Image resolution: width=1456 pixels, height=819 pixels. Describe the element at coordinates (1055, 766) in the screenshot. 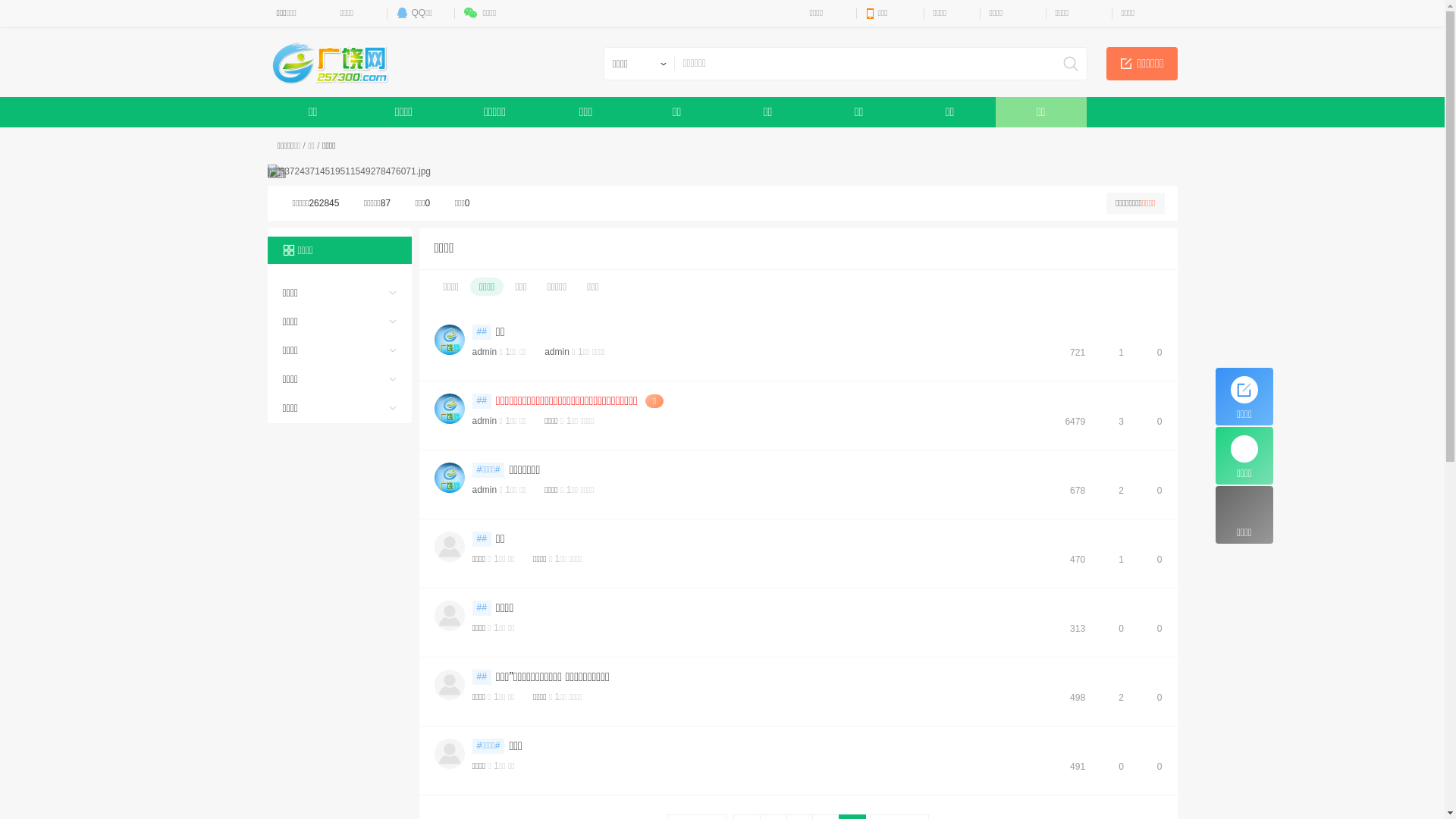

I see `'491'` at that location.